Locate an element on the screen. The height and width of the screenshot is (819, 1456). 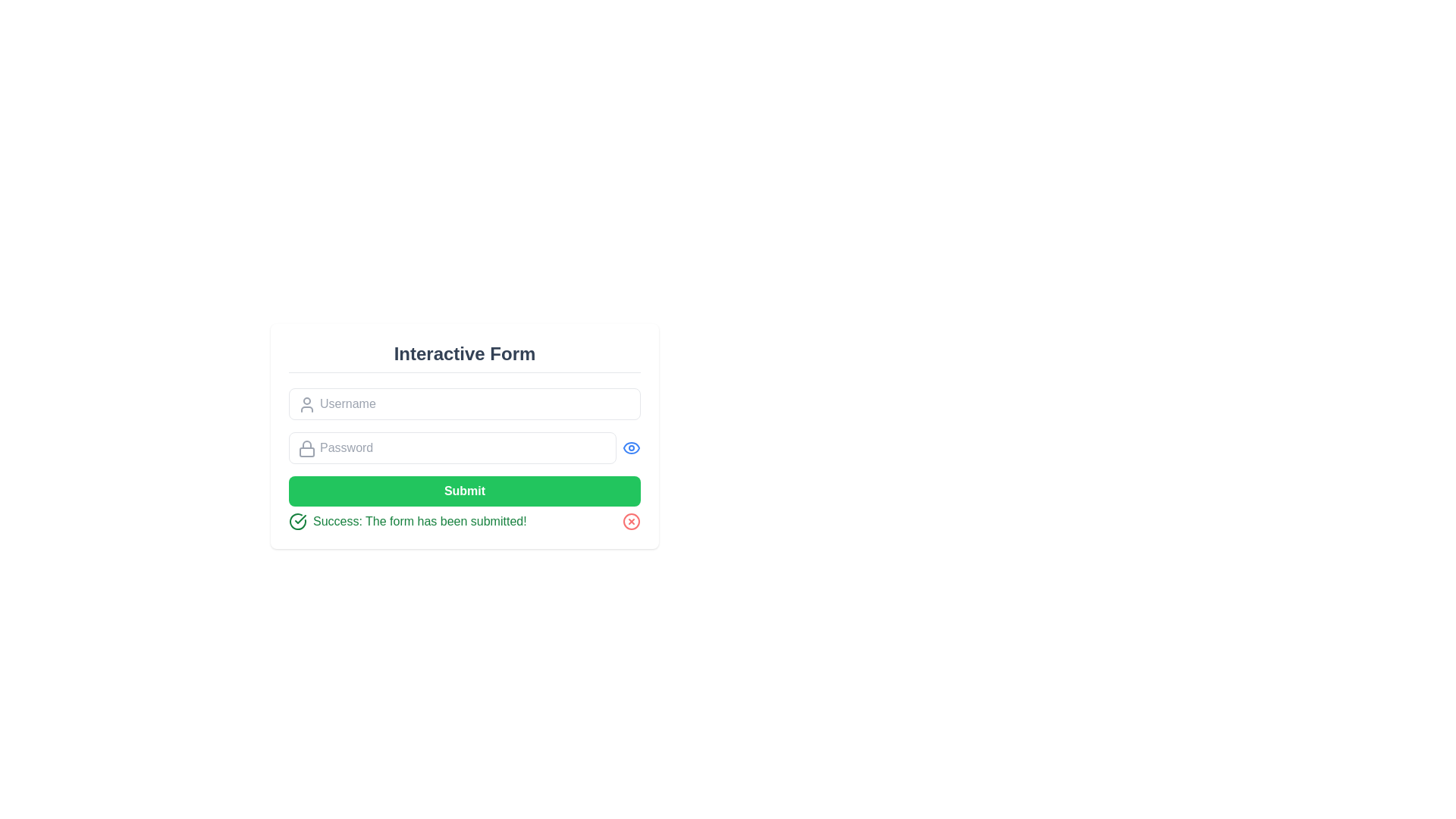
green checkmark icon indicating success, located to the left of the success message 'Success: The form has been submitted!' is located at coordinates (300, 519).